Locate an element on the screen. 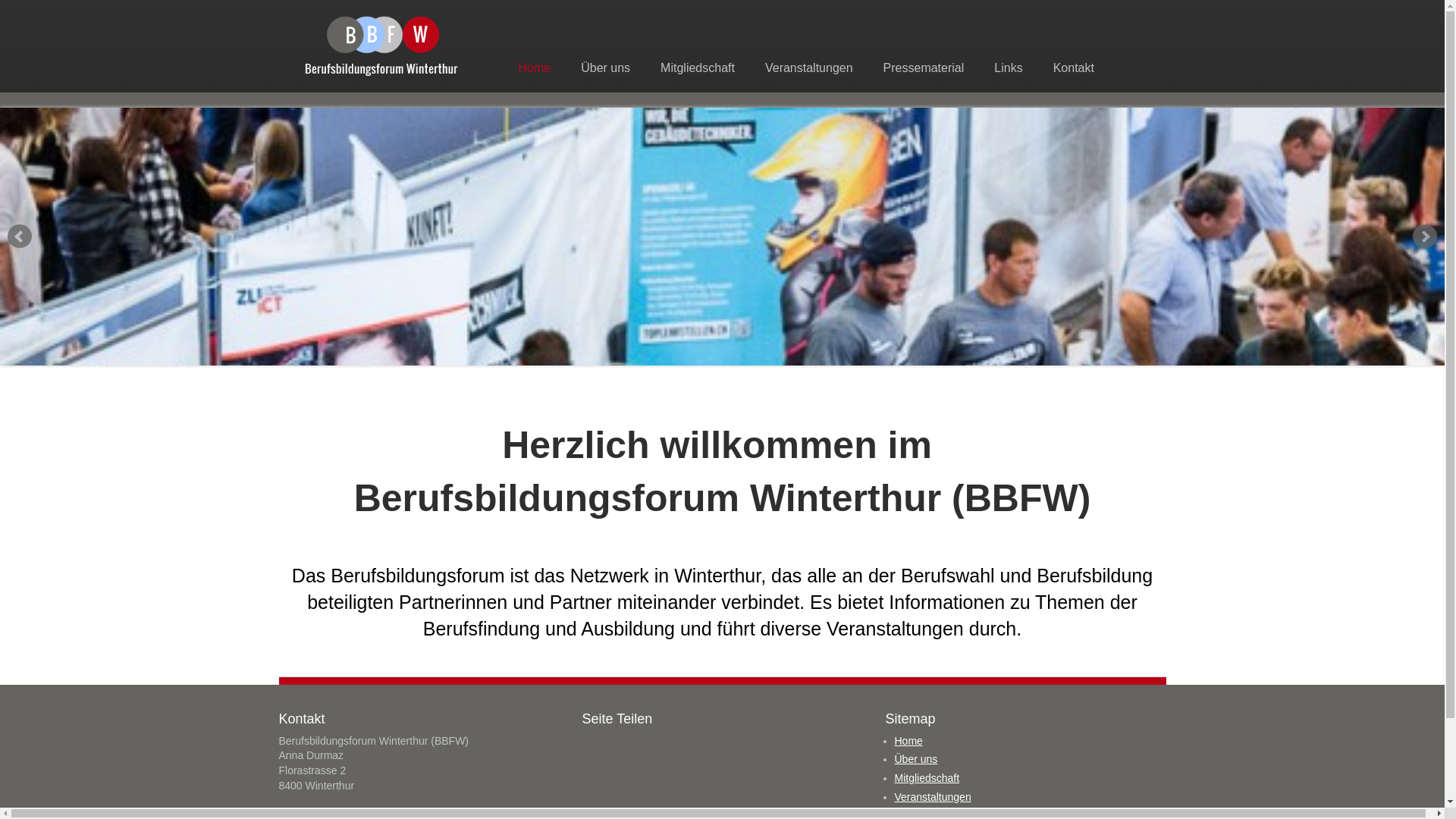 This screenshot has width=1456, height=819. 'Home' is located at coordinates (506, 67).